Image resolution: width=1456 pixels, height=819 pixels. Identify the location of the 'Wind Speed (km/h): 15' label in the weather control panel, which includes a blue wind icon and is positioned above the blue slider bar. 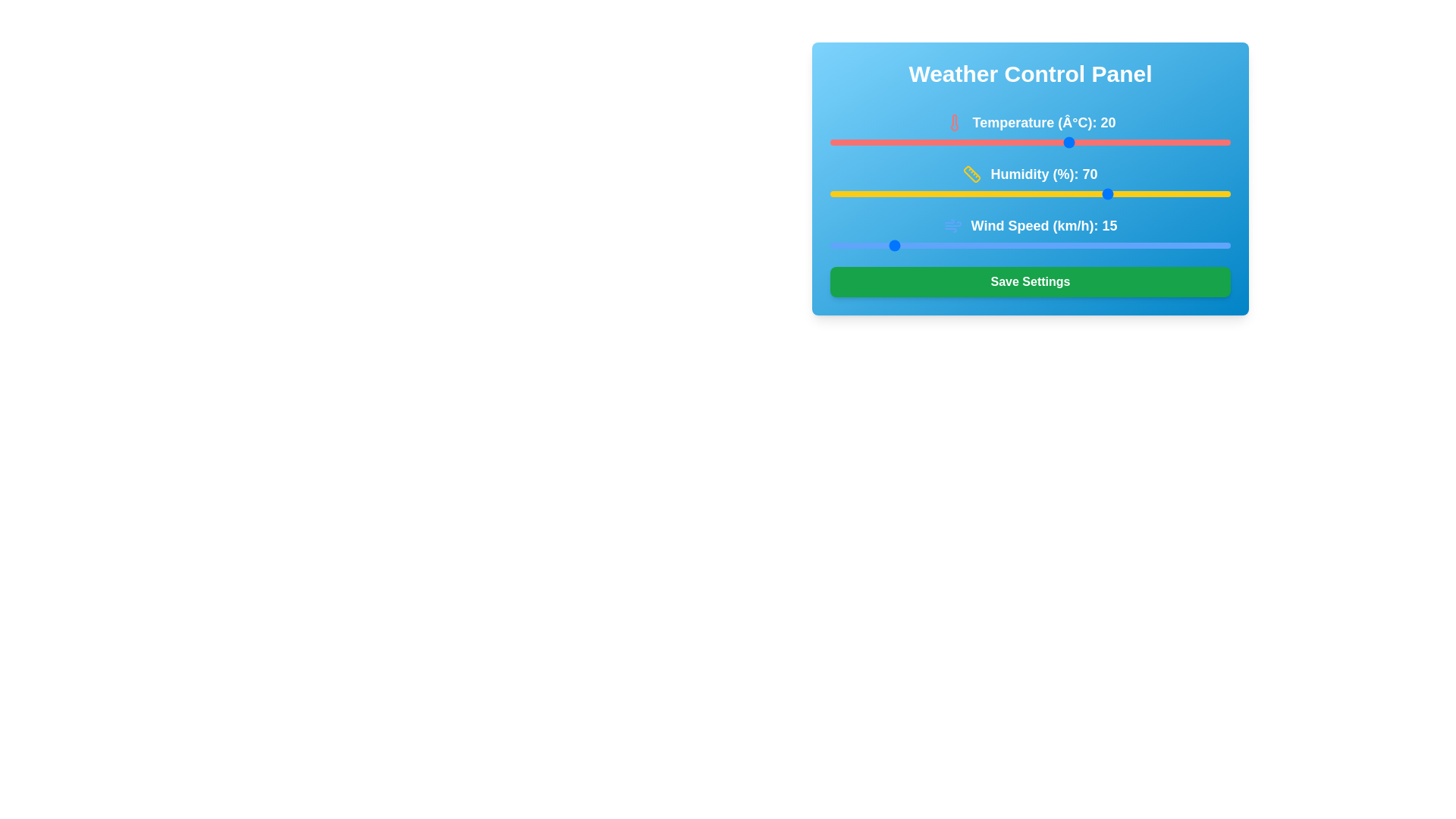
(1030, 231).